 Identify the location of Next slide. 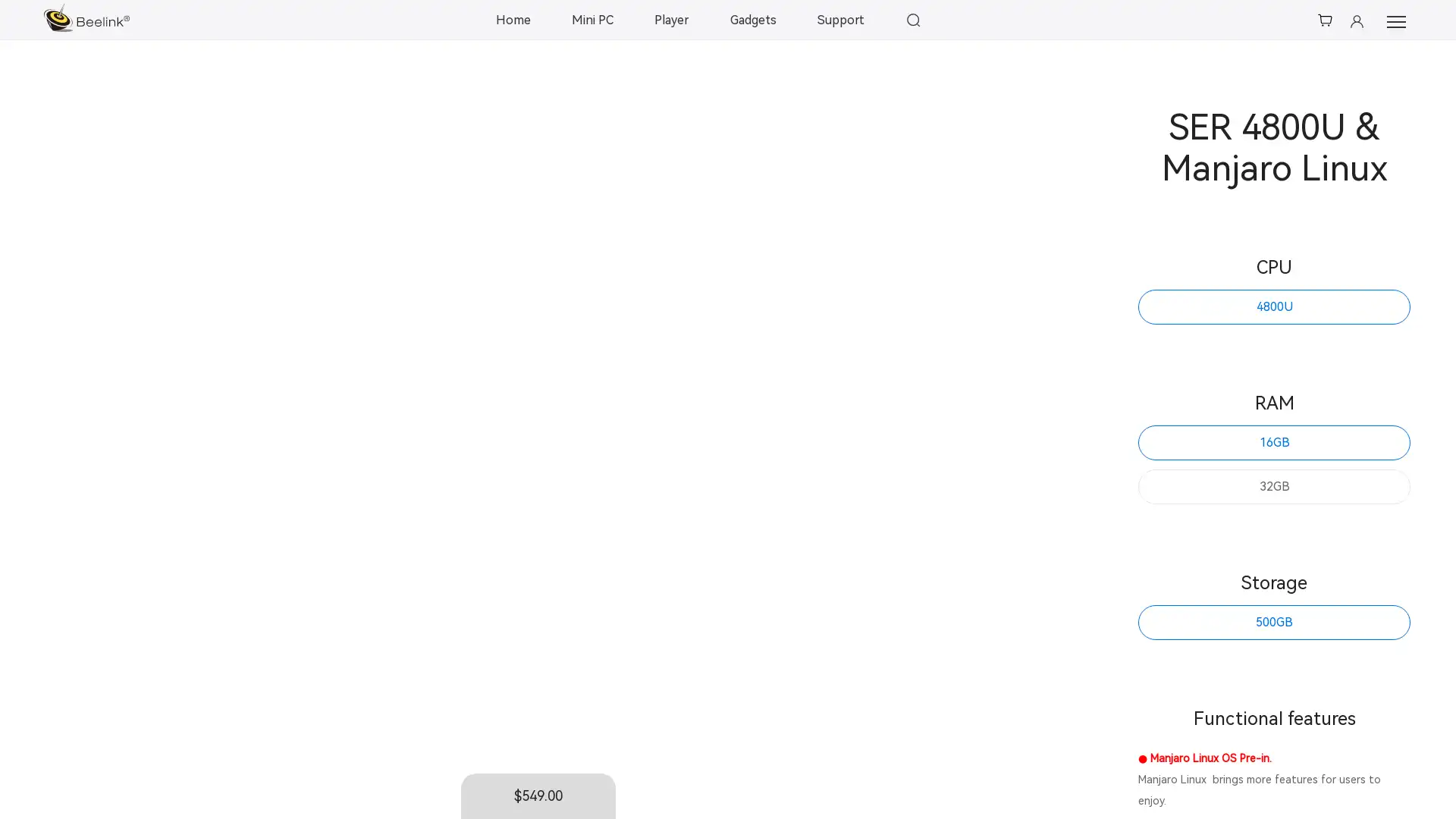
(1014, 447).